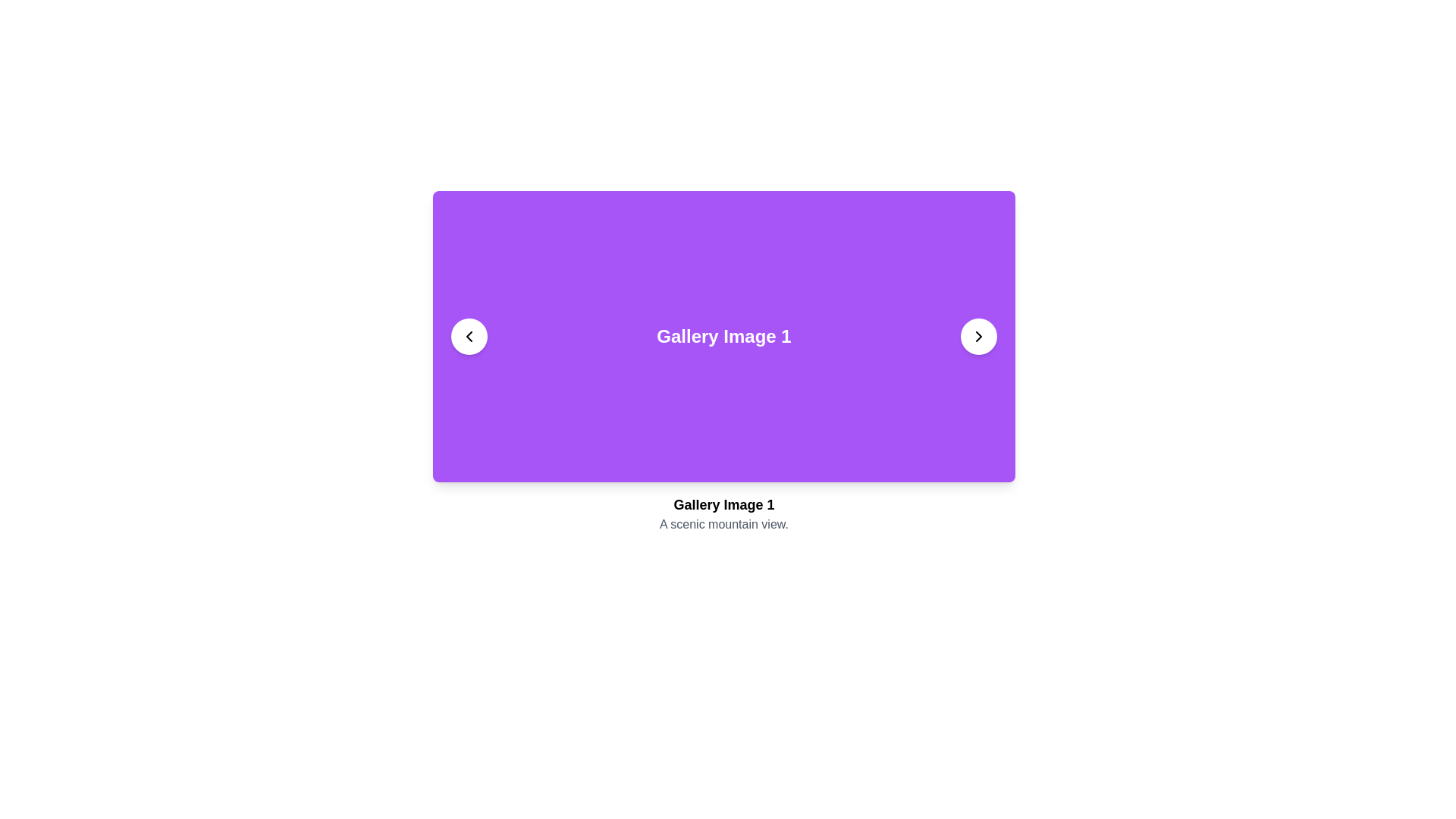  I want to click on title and description text of the composite label located directly below the main image display area, which consists of a title and additional context for the displayed gallery image, so click(723, 513).